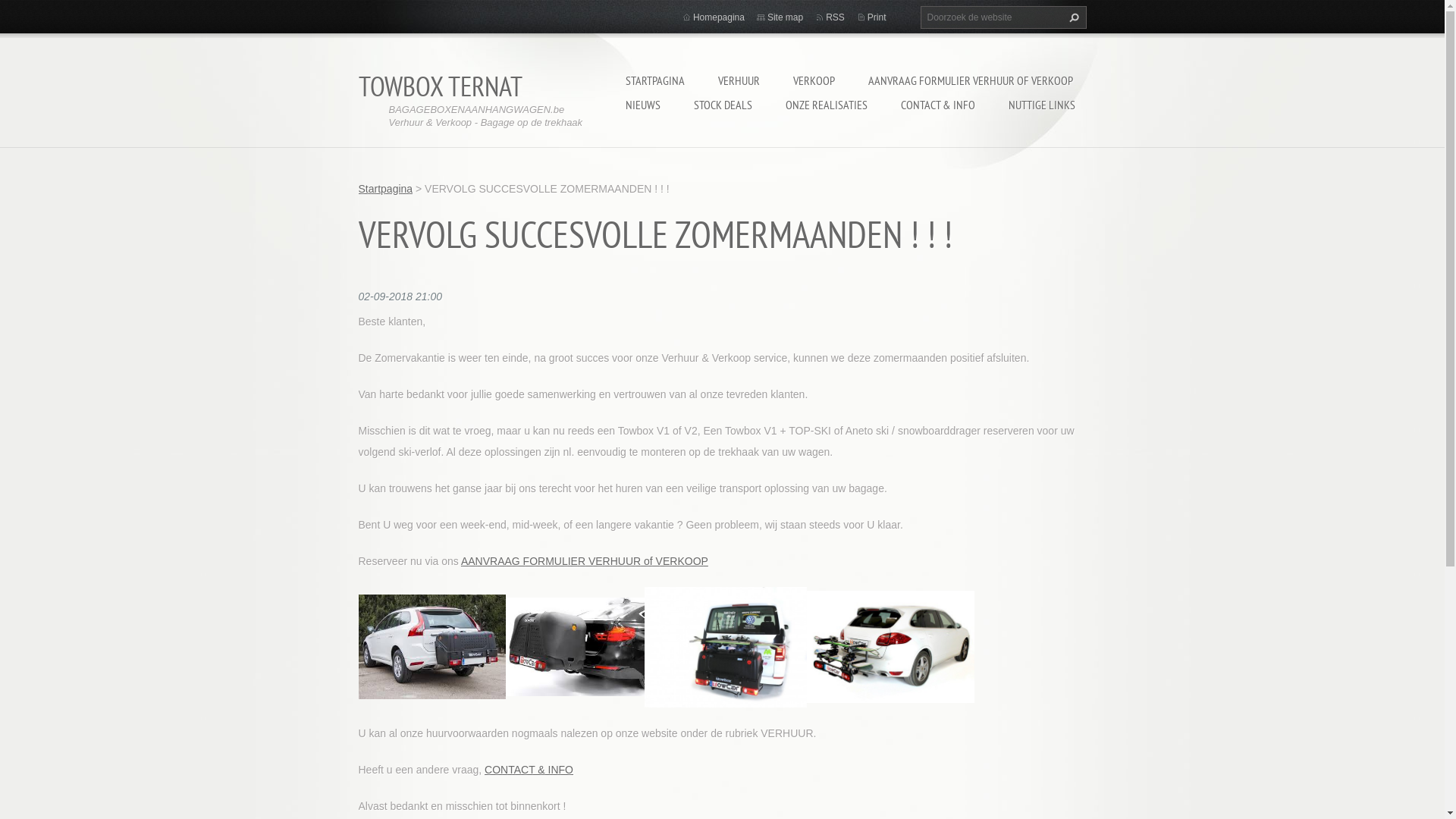 The image size is (1456, 819). What do you see at coordinates (738, 80) in the screenshot?
I see `'VERHUUR'` at bounding box center [738, 80].